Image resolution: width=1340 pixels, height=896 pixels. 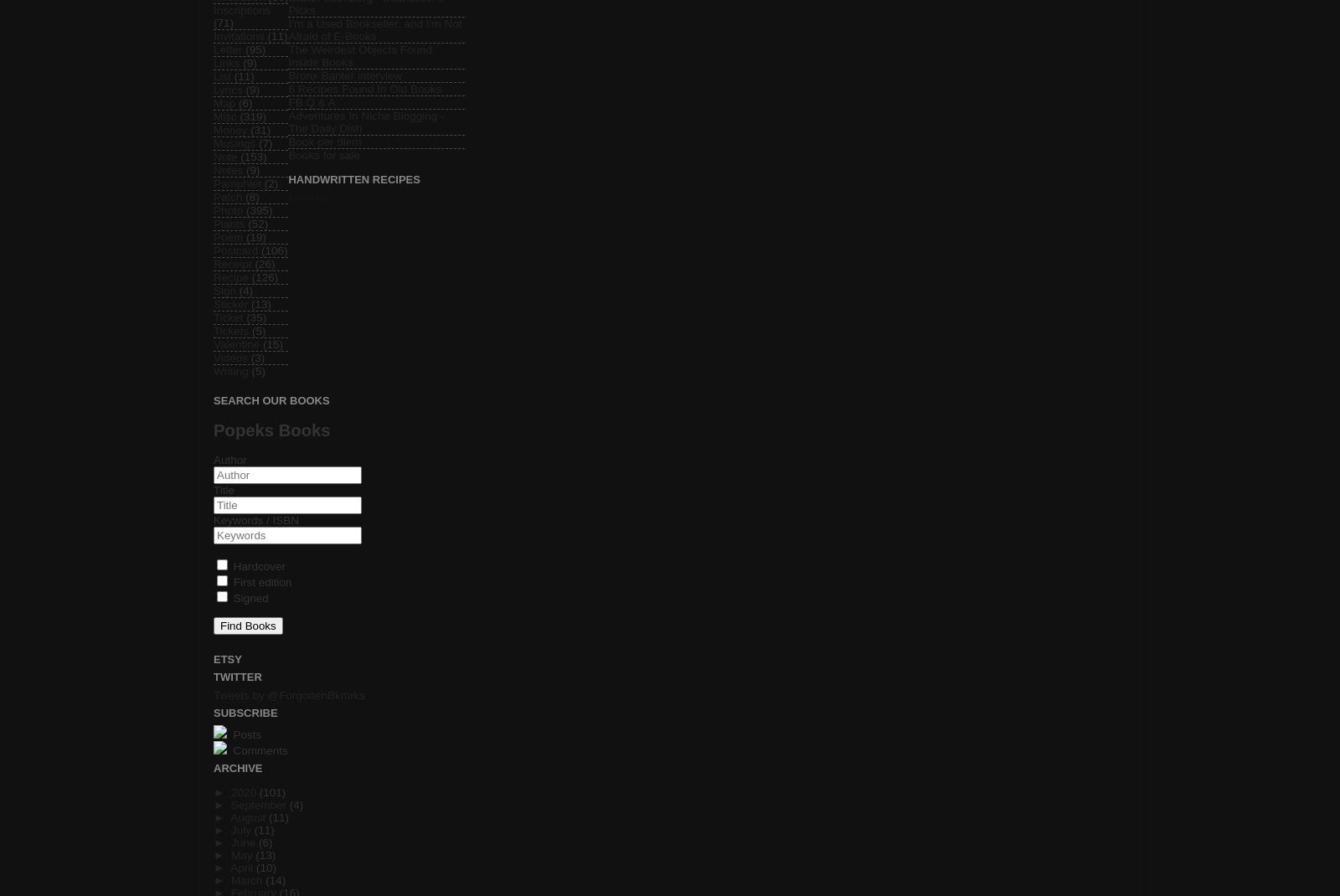 I want to click on 'Invitations', so click(x=238, y=34).